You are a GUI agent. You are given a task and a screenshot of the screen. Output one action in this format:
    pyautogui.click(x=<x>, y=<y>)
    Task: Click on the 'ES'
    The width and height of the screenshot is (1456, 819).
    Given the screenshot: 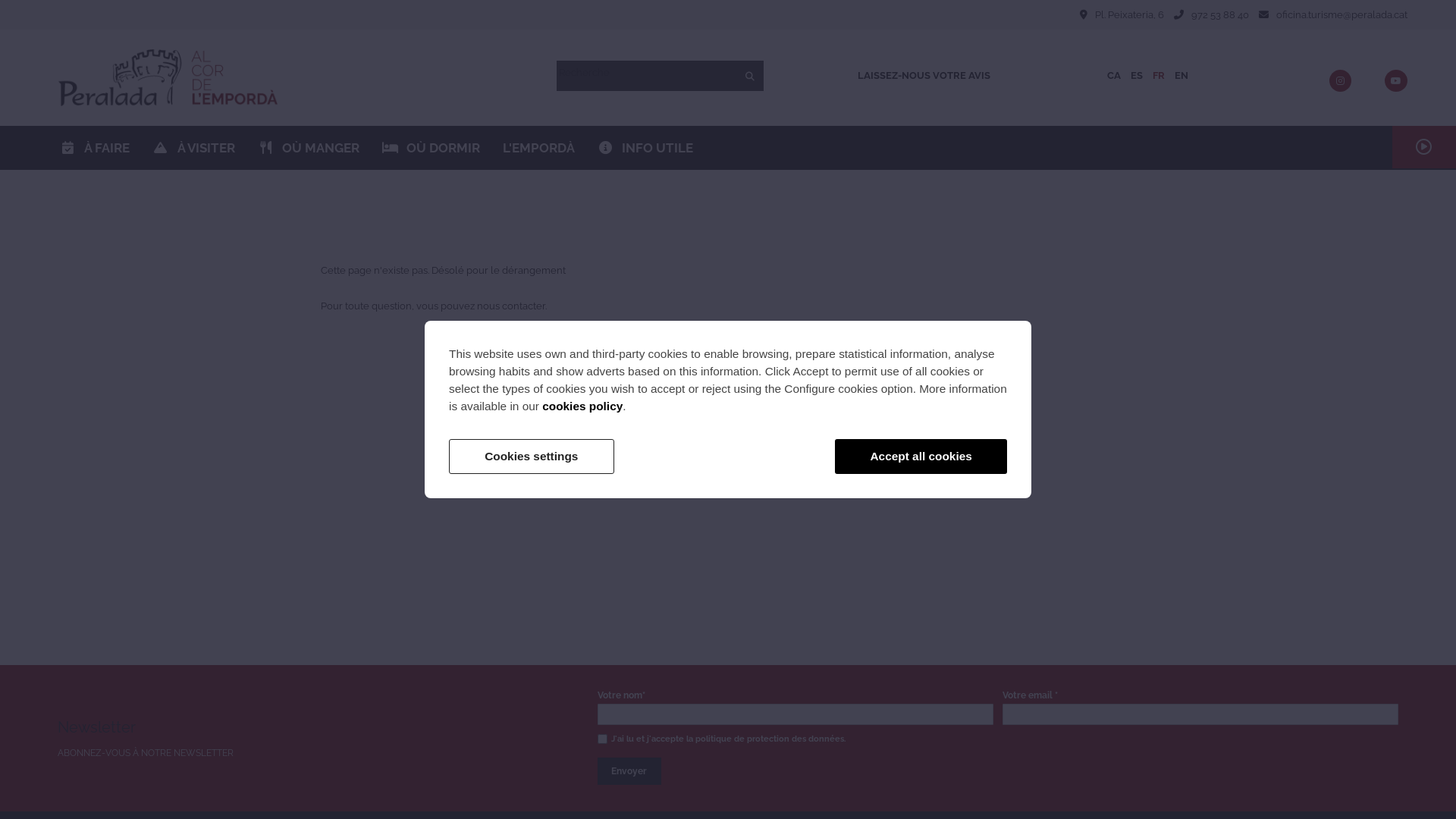 What is the action you would take?
    pyautogui.click(x=1136, y=75)
    